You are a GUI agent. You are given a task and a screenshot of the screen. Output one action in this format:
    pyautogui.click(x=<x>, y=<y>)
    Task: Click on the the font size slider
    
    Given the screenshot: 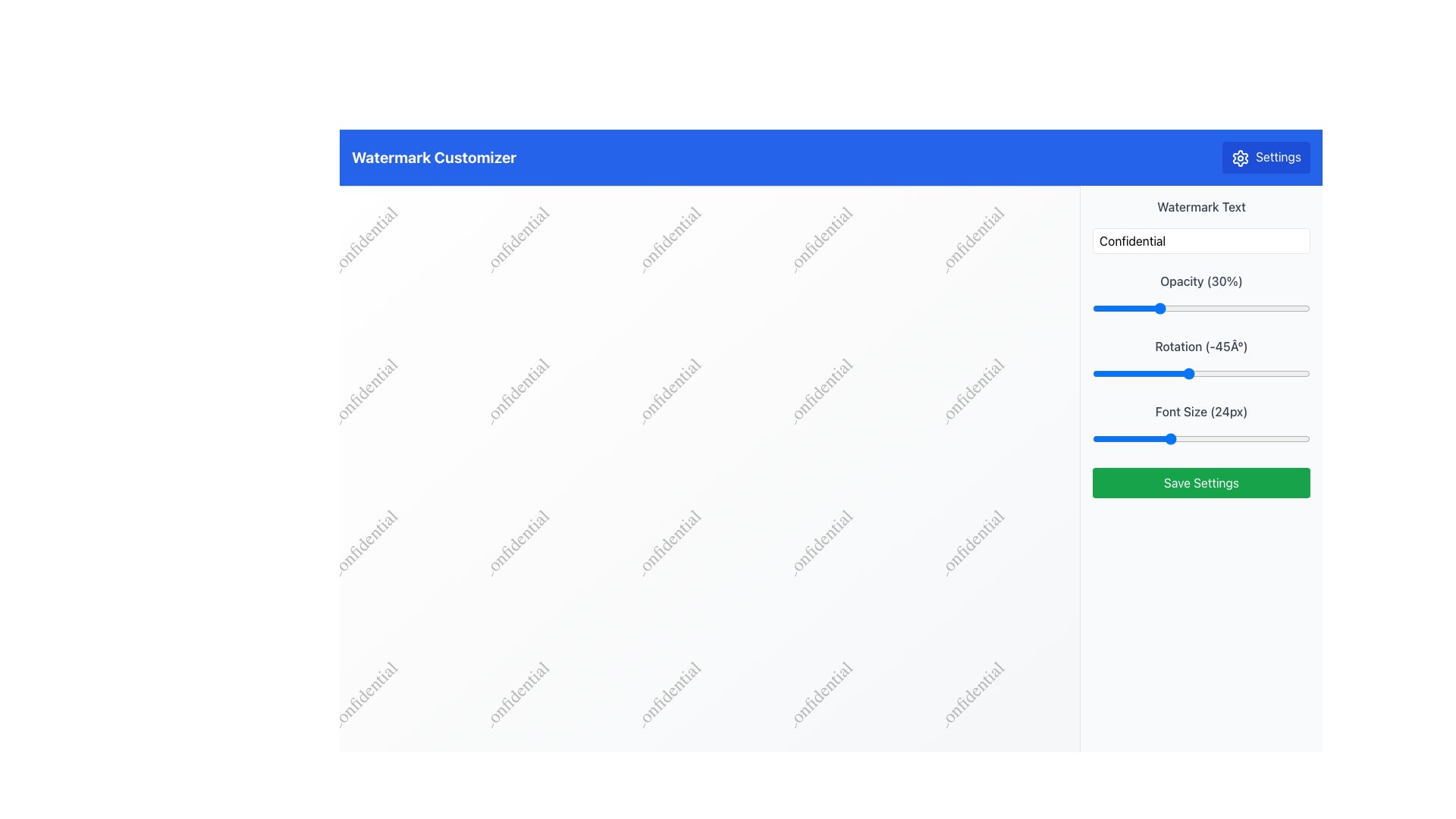 What is the action you would take?
    pyautogui.click(x=1282, y=438)
    